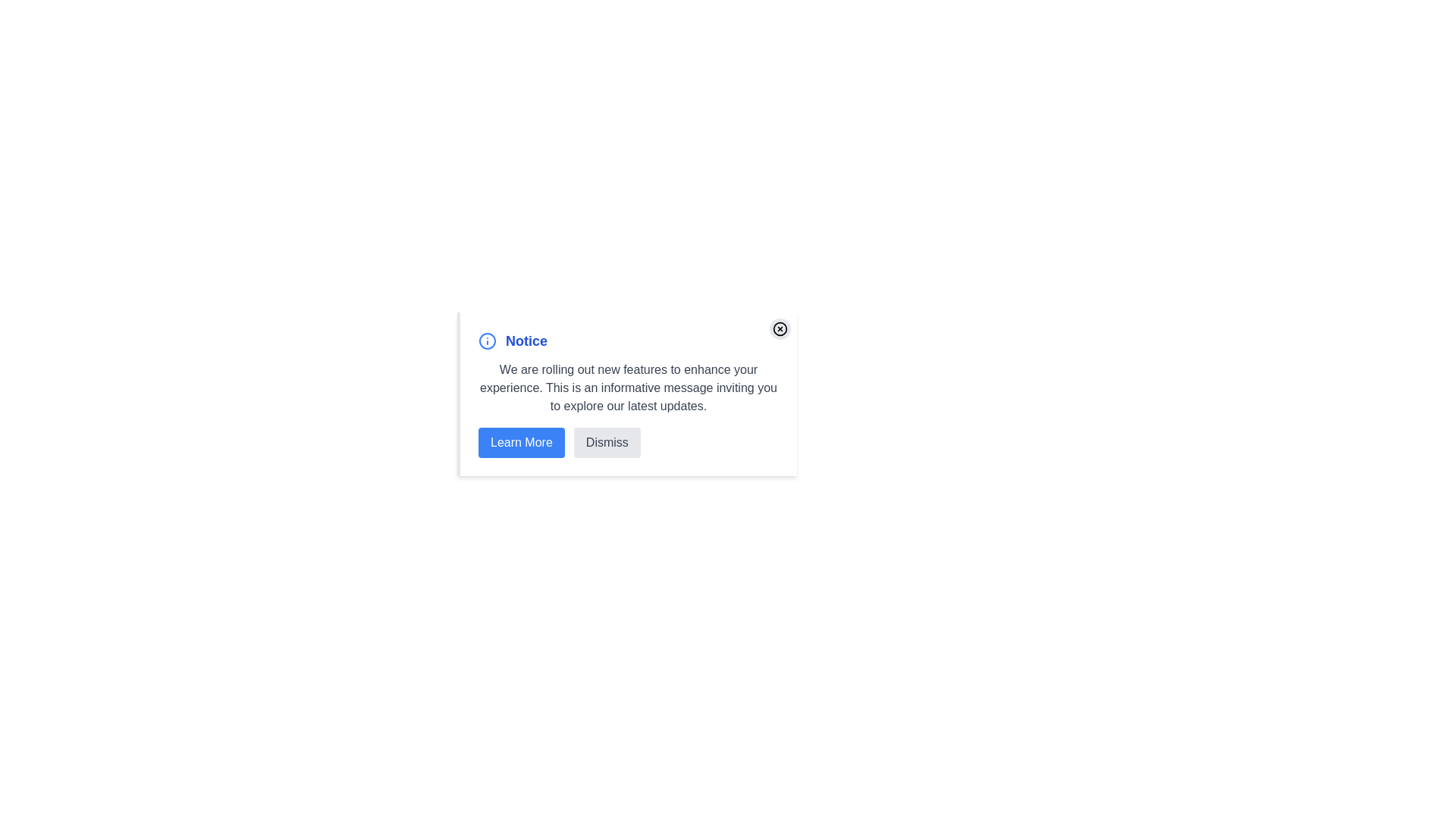 The height and width of the screenshot is (819, 1456). What do you see at coordinates (780, 328) in the screenshot?
I see `the close button in the top-right corner of the alert component` at bounding box center [780, 328].